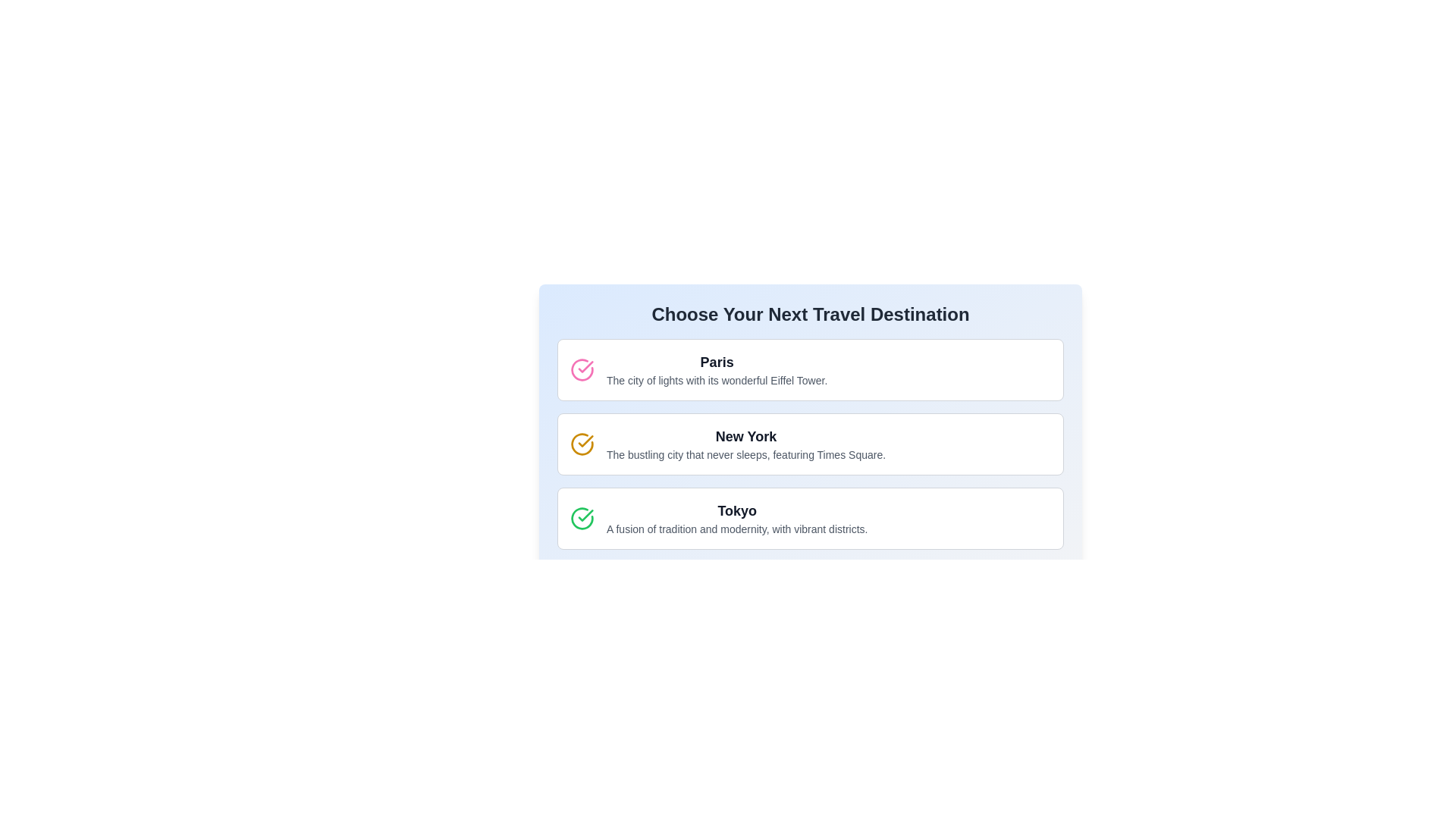  What do you see at coordinates (585, 514) in the screenshot?
I see `the circular selection icon for the destination 'Paris'` at bounding box center [585, 514].